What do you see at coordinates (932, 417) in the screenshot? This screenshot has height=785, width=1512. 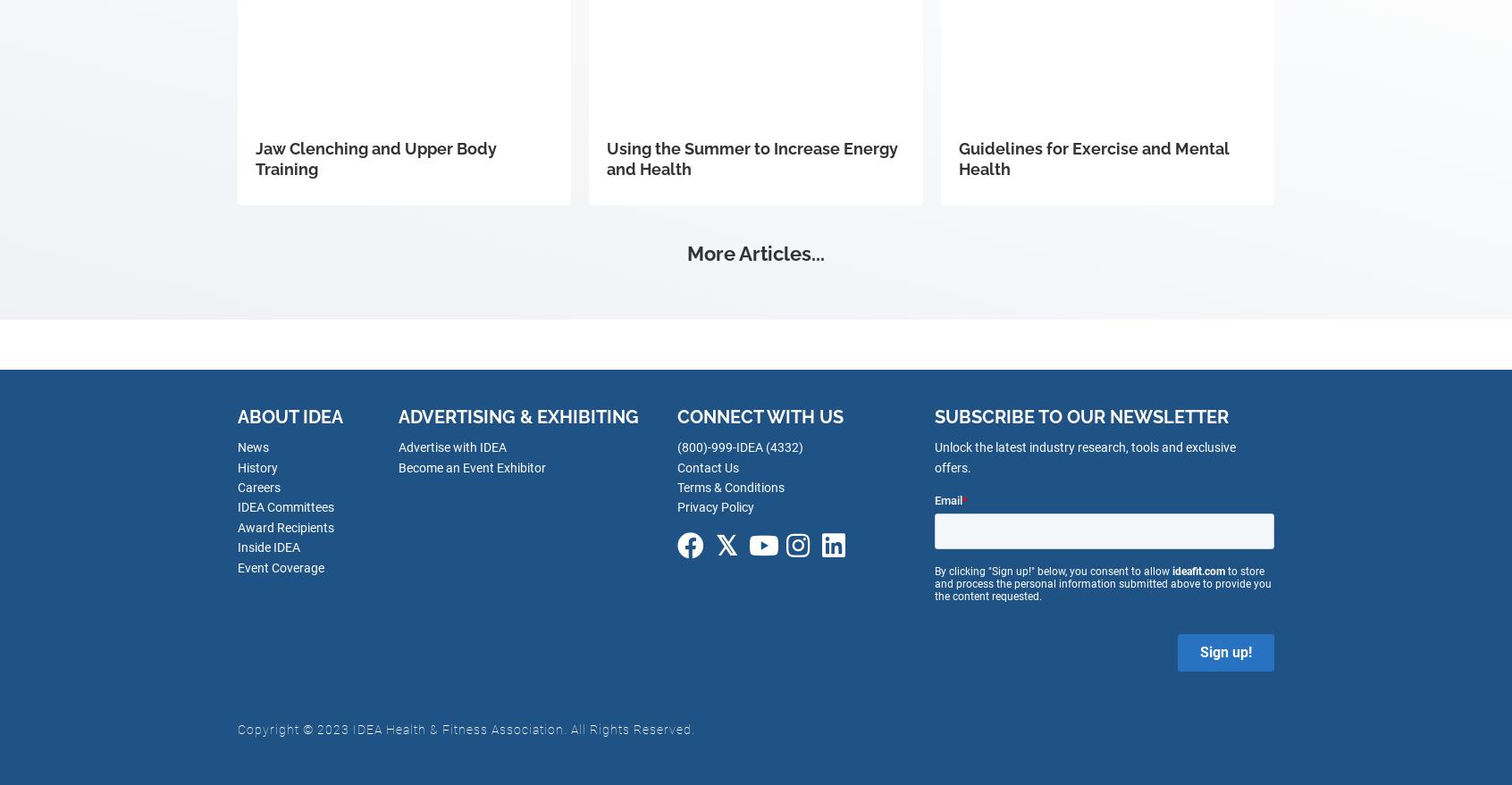 I see `'Subscribe to our newsletter'` at bounding box center [932, 417].